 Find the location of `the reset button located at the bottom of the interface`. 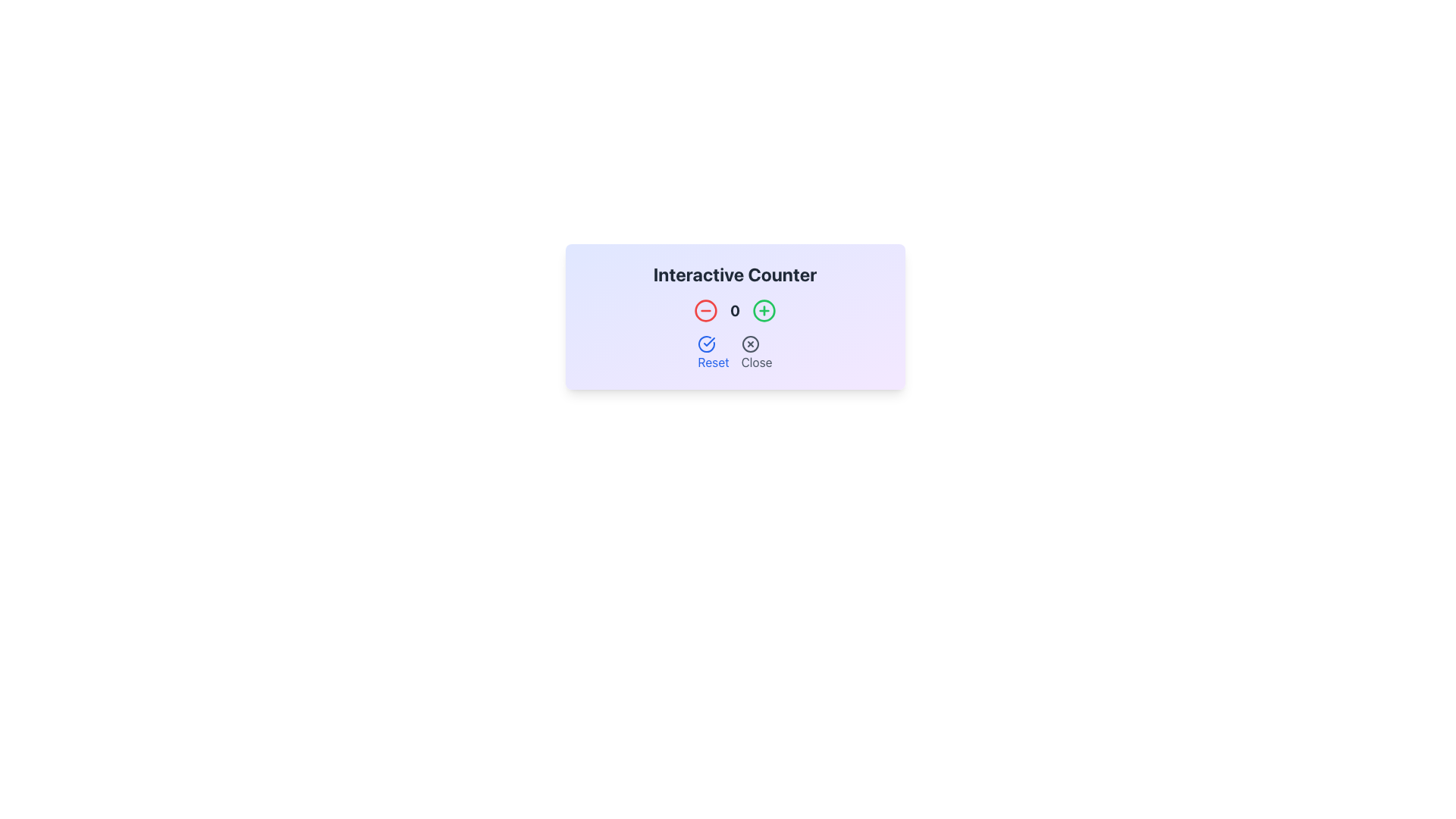

the reset button located at the bottom of the interface is located at coordinates (712, 353).